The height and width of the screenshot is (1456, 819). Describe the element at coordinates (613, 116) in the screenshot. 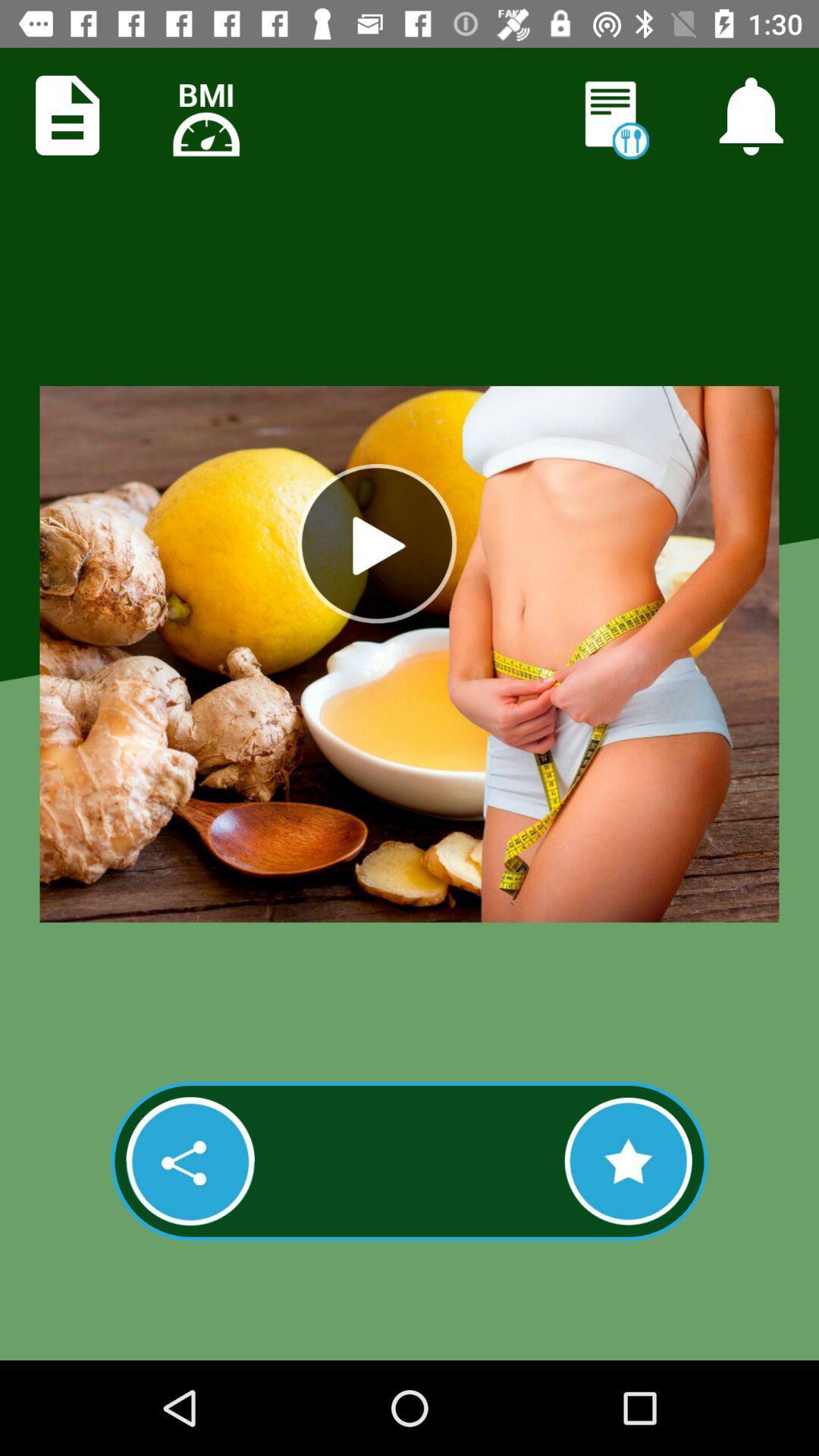

I see `open nutrition info` at that location.